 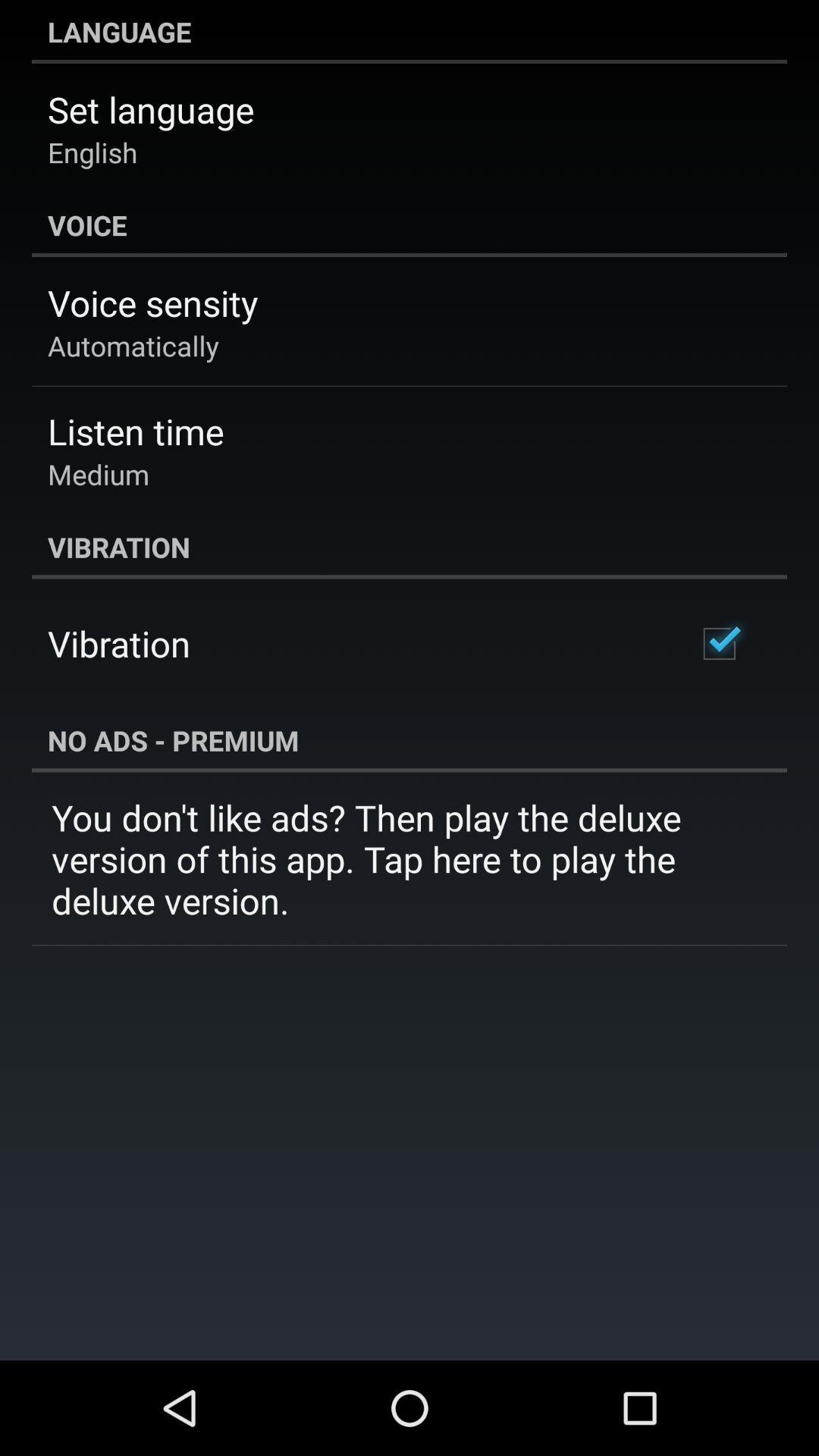 I want to click on app above you don t app, so click(x=409, y=740).